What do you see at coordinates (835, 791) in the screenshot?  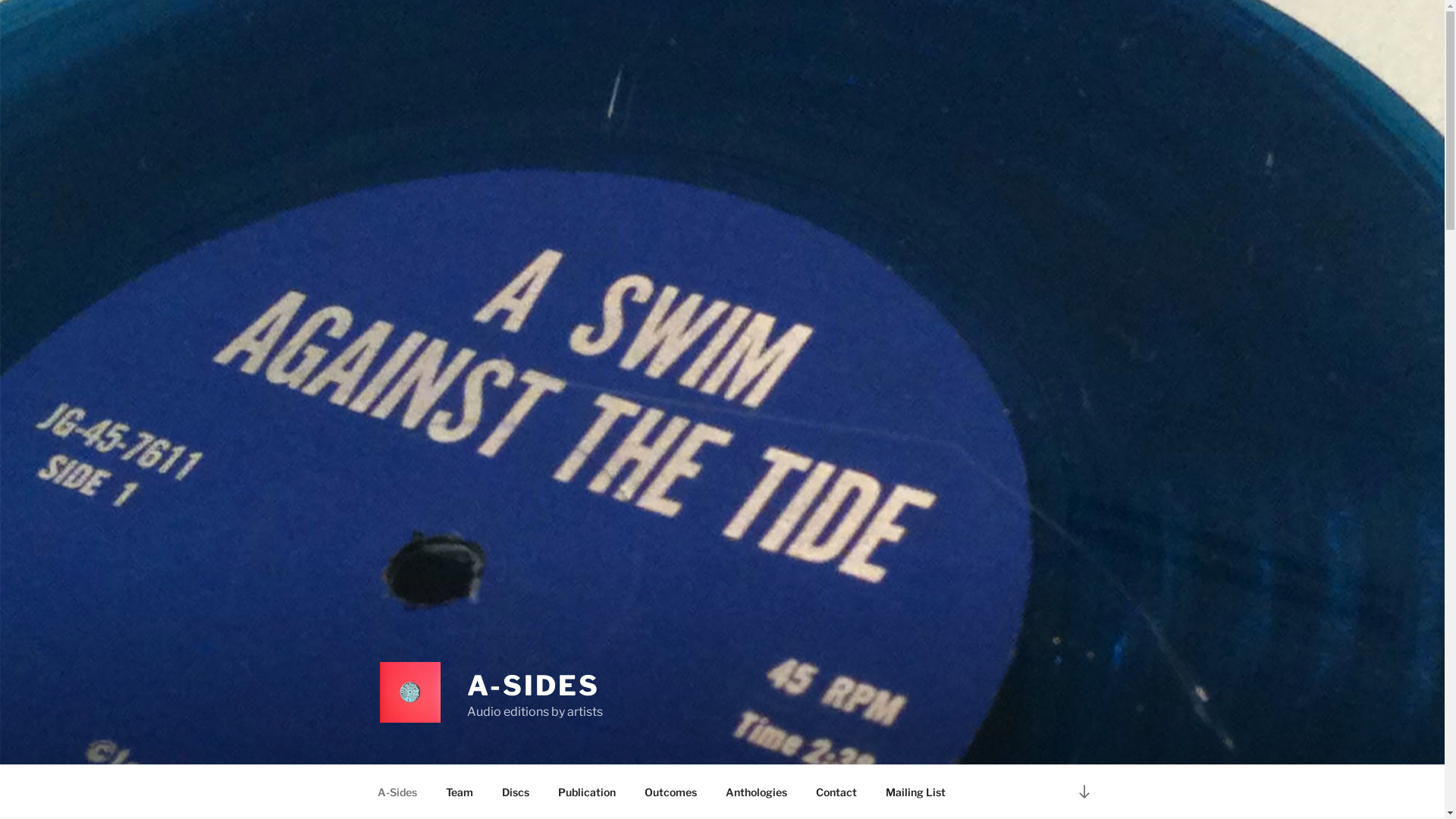 I see `'Contact'` at bounding box center [835, 791].